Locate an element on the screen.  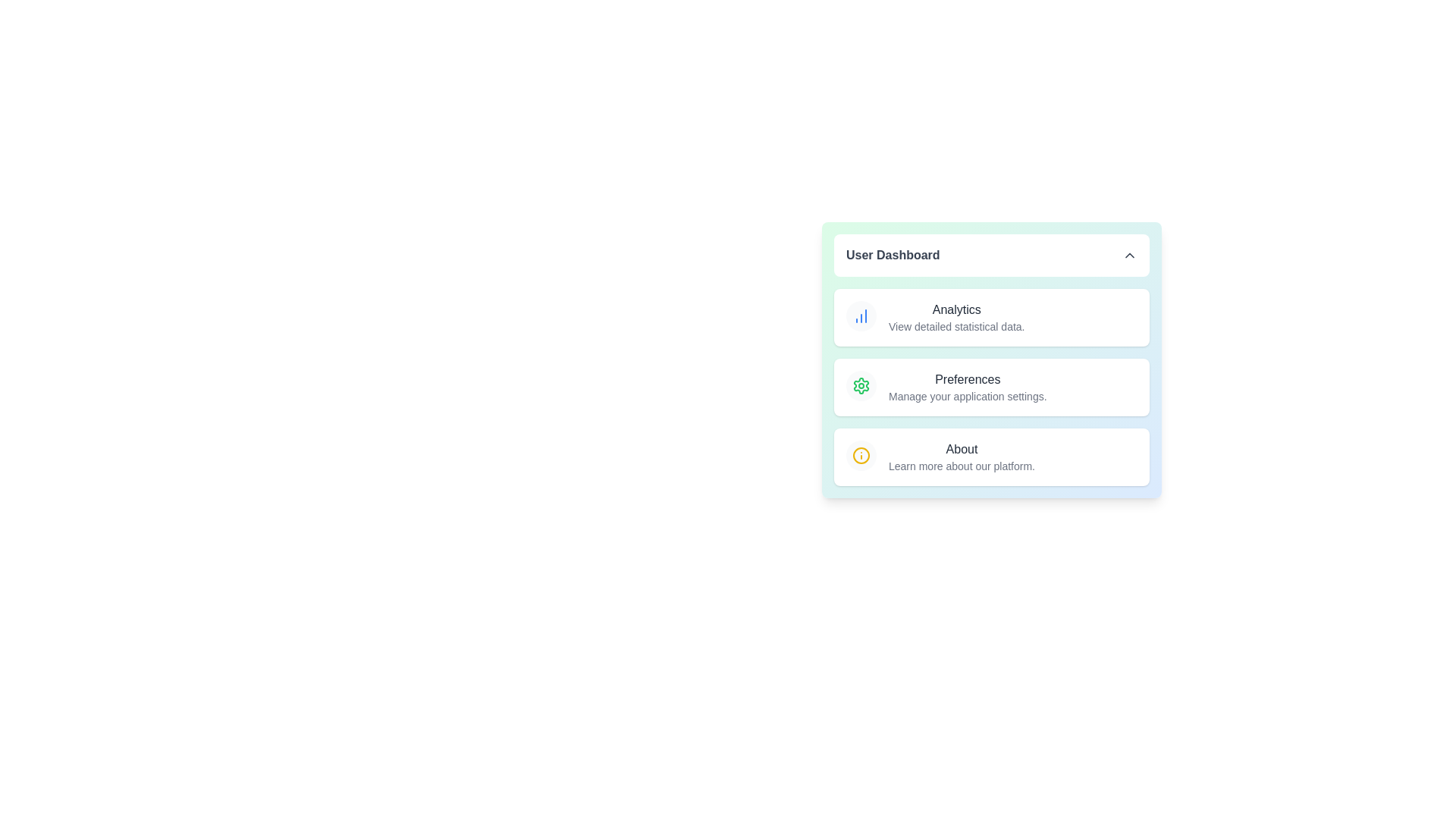
the toggle button to change the menu's visibility is located at coordinates (992, 254).